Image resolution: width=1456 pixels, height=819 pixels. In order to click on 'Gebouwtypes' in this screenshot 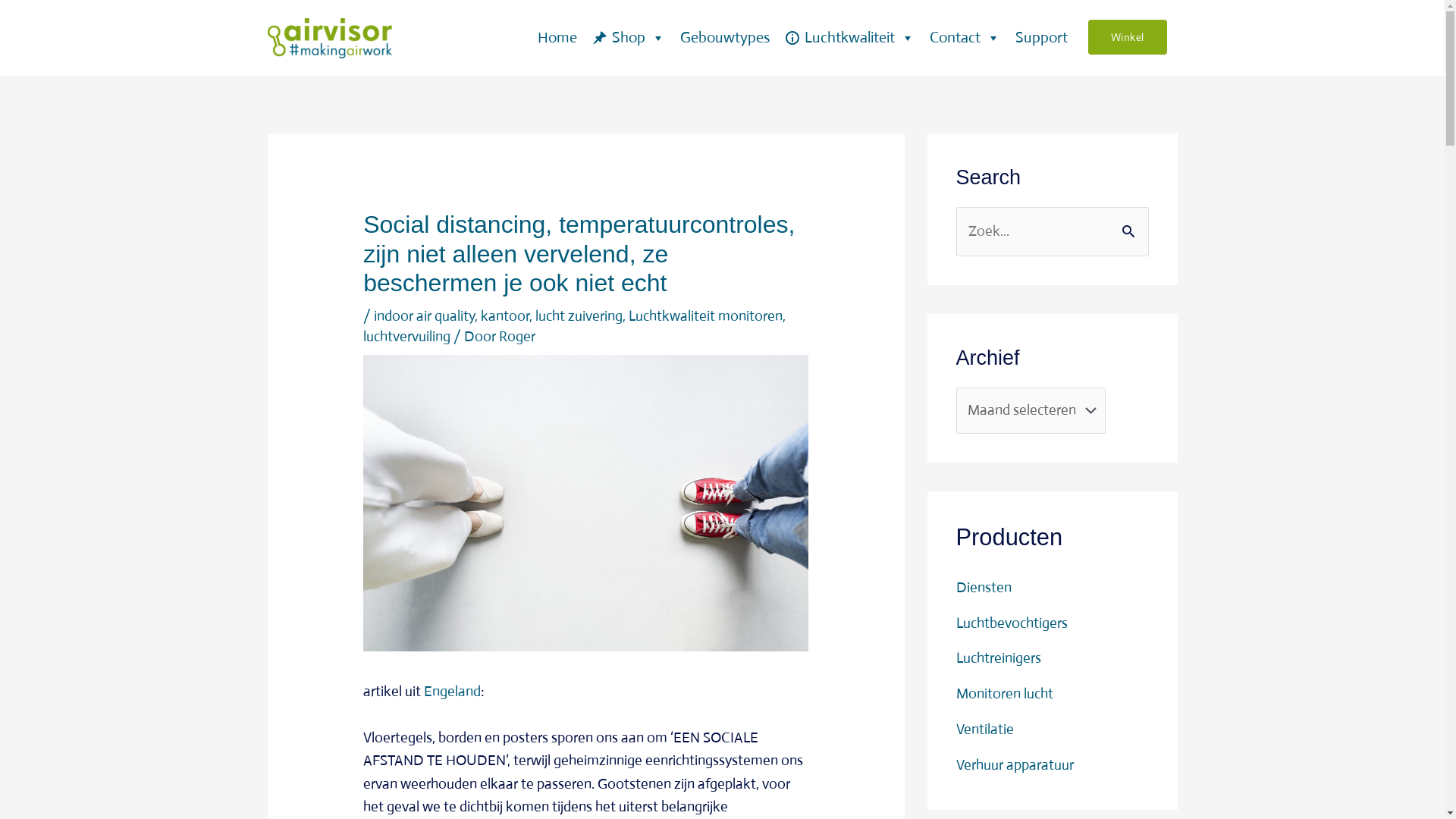, I will do `click(723, 37)`.